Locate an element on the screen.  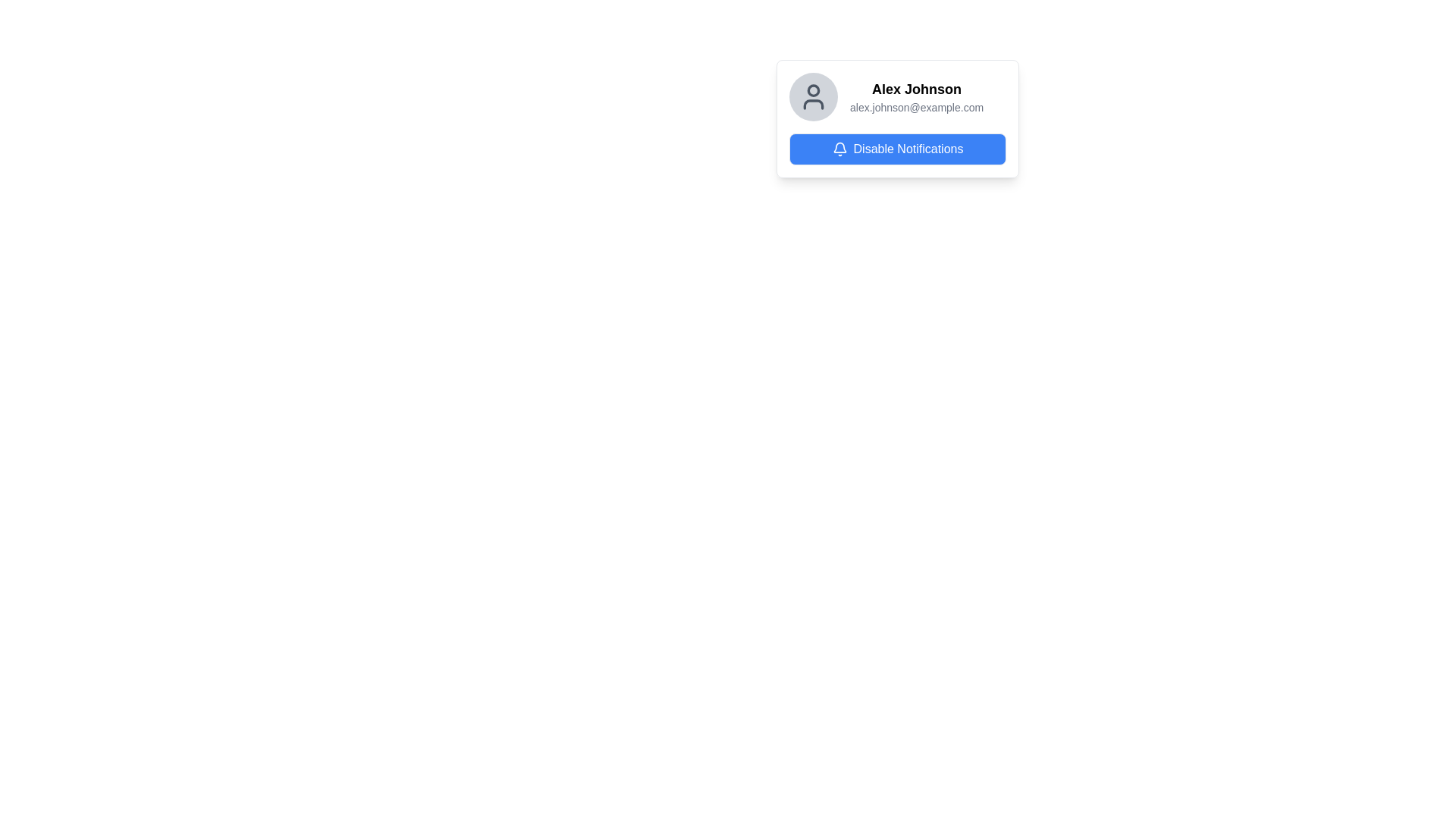
the email address 'alex.johnson@example.com' displayed in gray font below the name 'Alex Johnson' in the user profile card is located at coordinates (916, 107).